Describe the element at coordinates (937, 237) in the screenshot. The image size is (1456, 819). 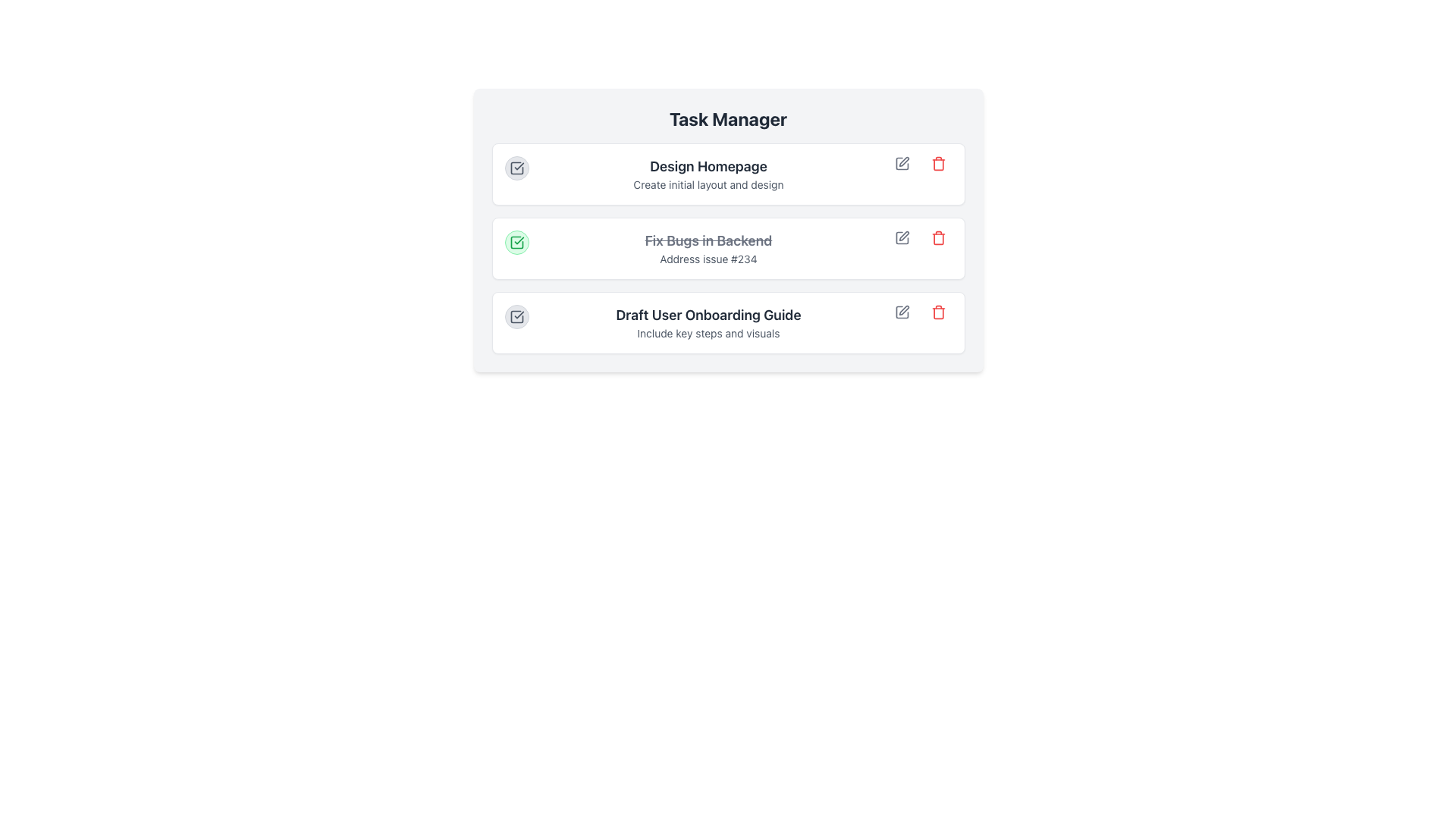
I see `the trash icon located to the extreme right of the second task card titled 'Fix Bugs in Backend' in the Task Manager interface` at that location.